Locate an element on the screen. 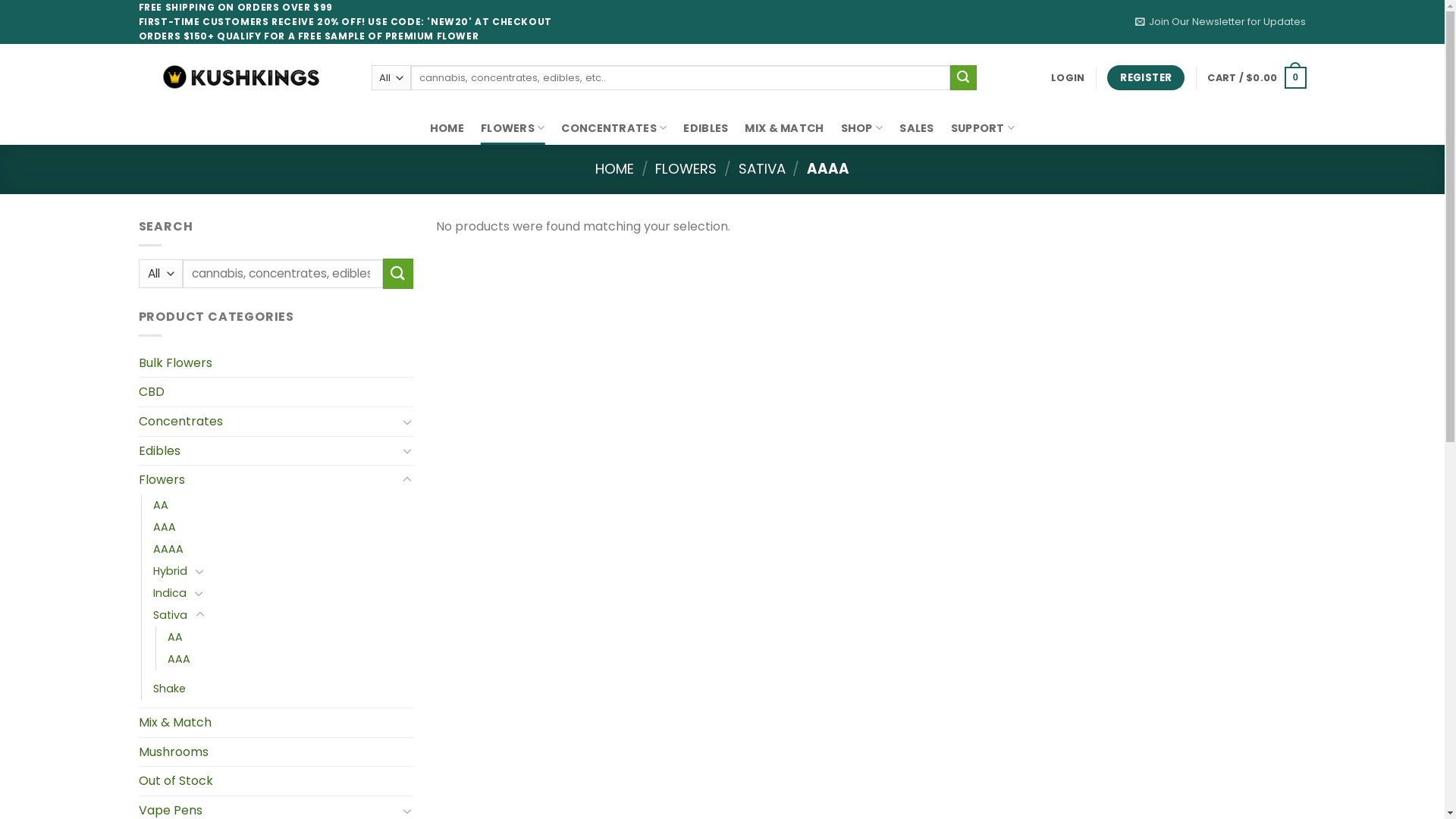  'FLOWERS' is located at coordinates (479, 127).